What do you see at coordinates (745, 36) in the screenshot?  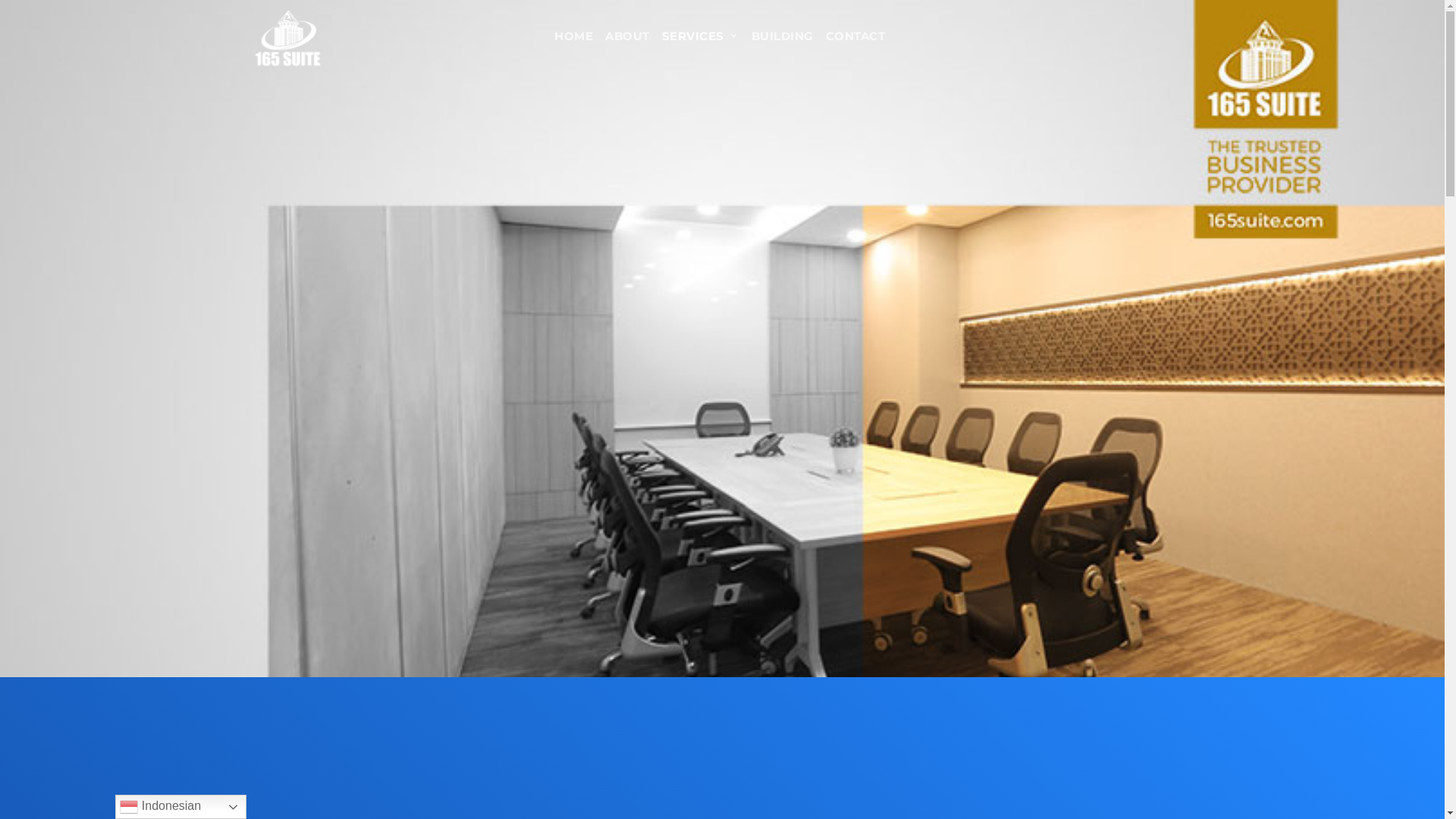 I see `'BUILDING'` at bounding box center [745, 36].